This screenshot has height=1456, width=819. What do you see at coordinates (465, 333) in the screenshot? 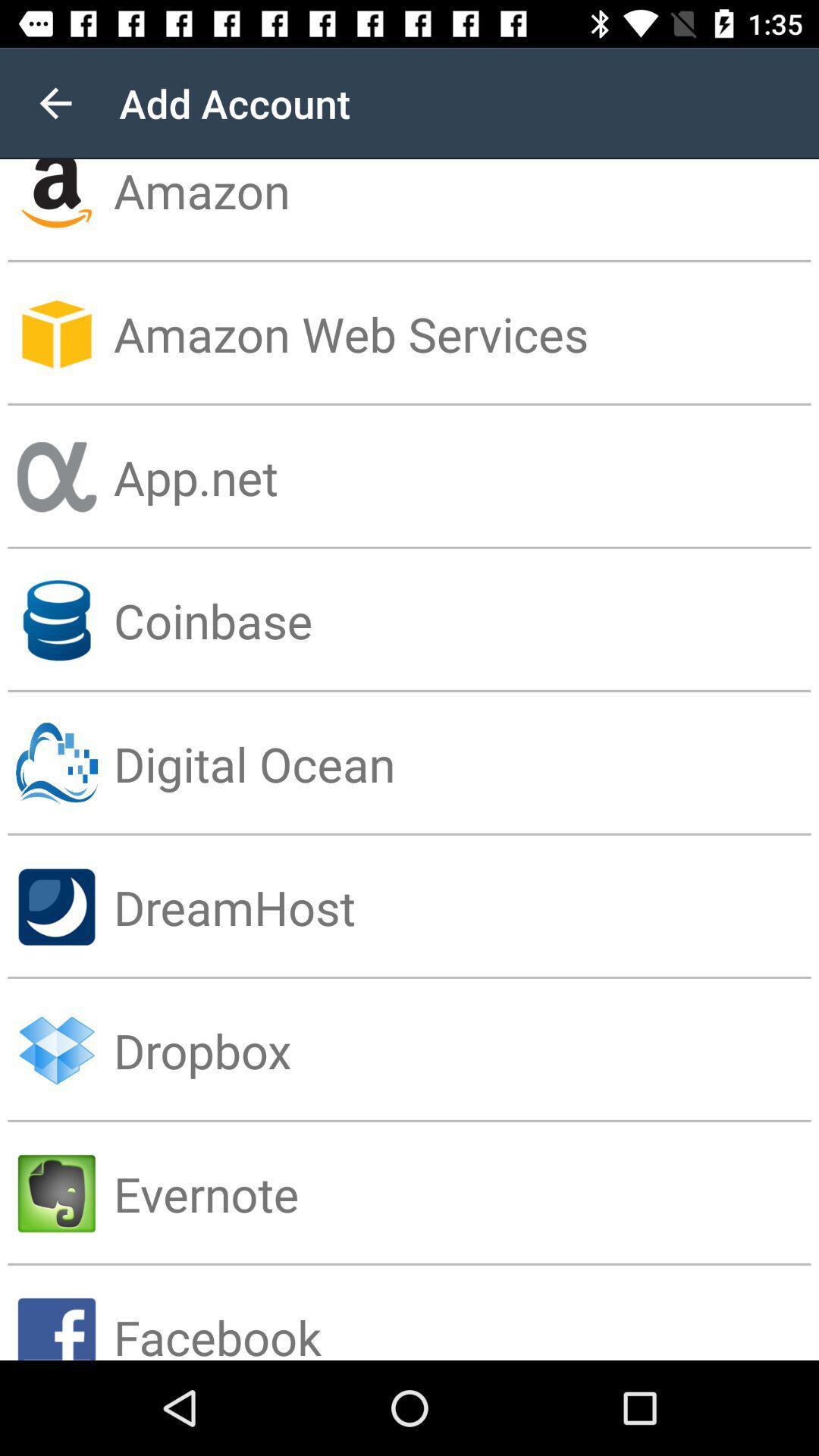
I see `the app below amazon item` at bounding box center [465, 333].